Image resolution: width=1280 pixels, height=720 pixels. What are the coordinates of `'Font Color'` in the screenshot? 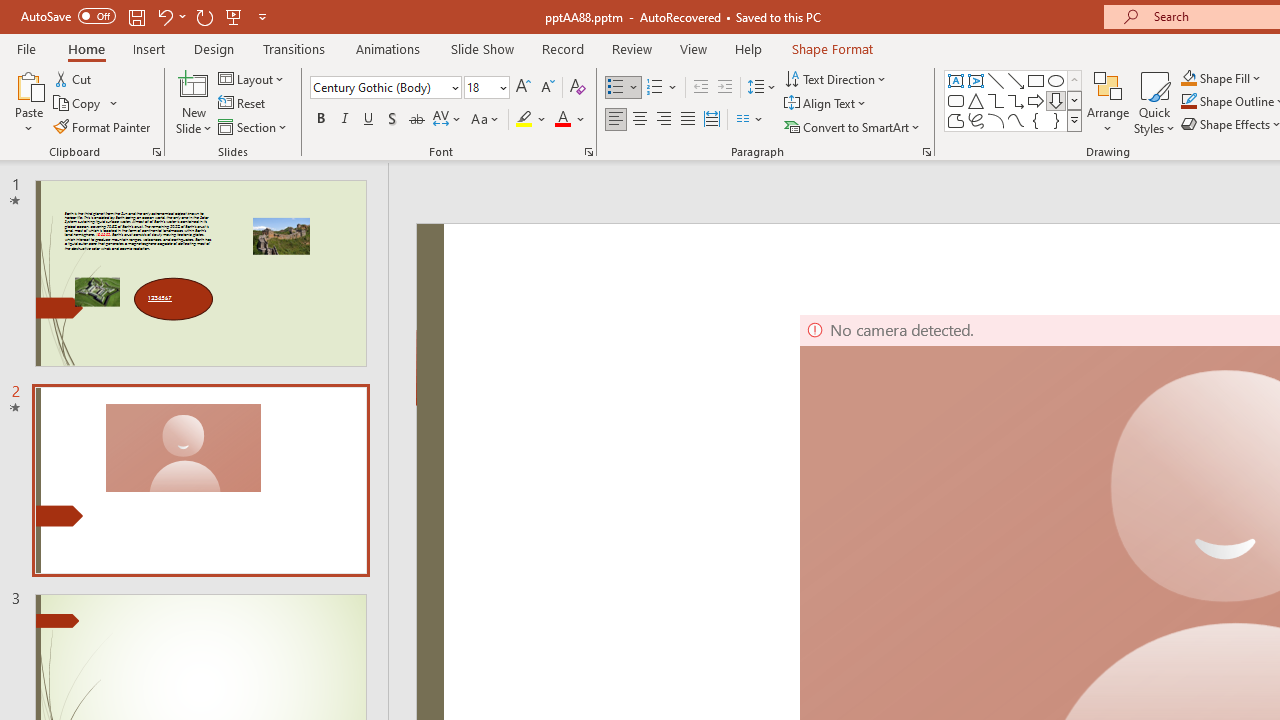 It's located at (569, 119).